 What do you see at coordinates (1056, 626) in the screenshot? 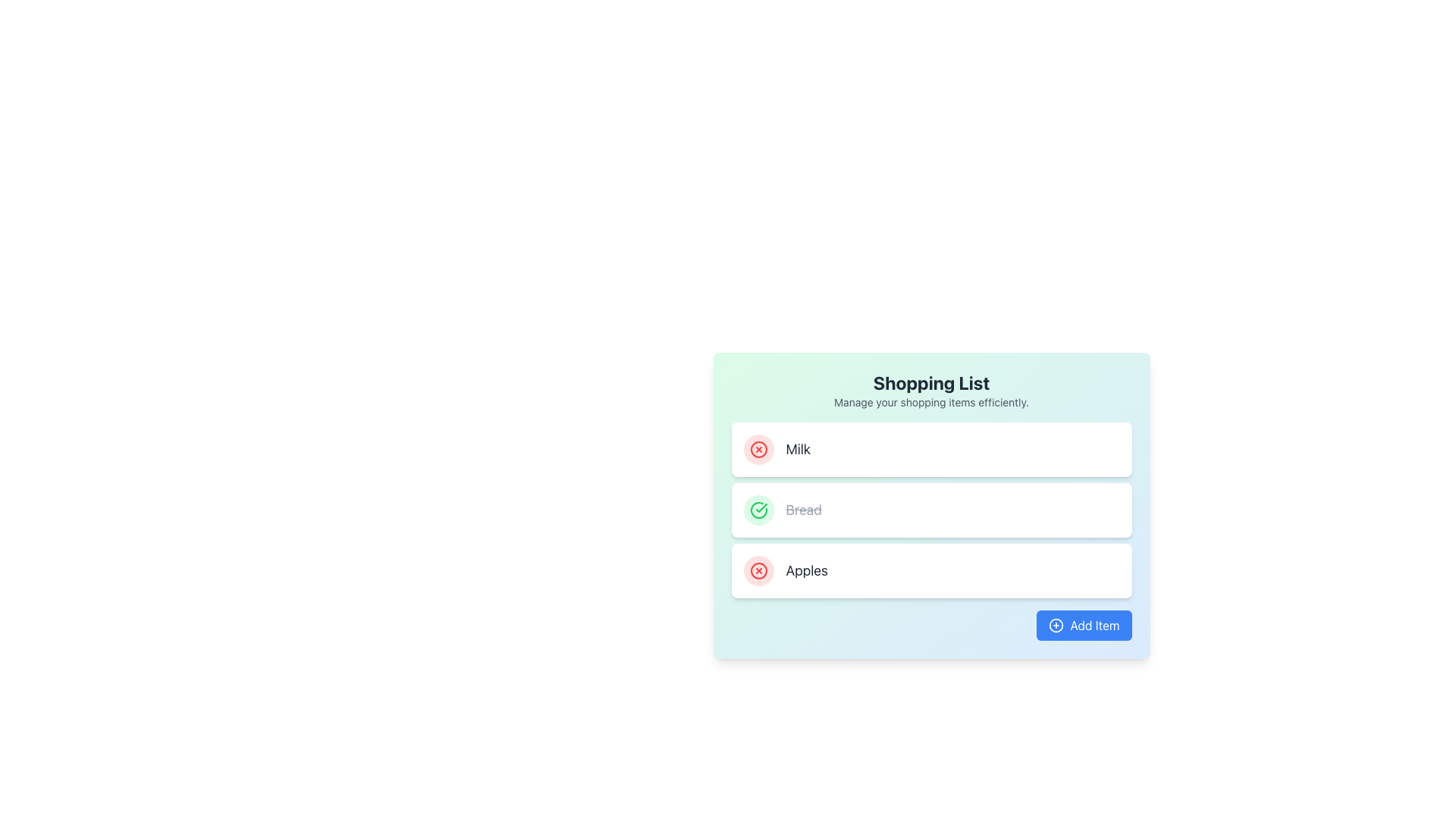
I see `the SVG Circle Element that is part of the 'Add Item' button at the bottom right corner of the shopping list UI` at bounding box center [1056, 626].